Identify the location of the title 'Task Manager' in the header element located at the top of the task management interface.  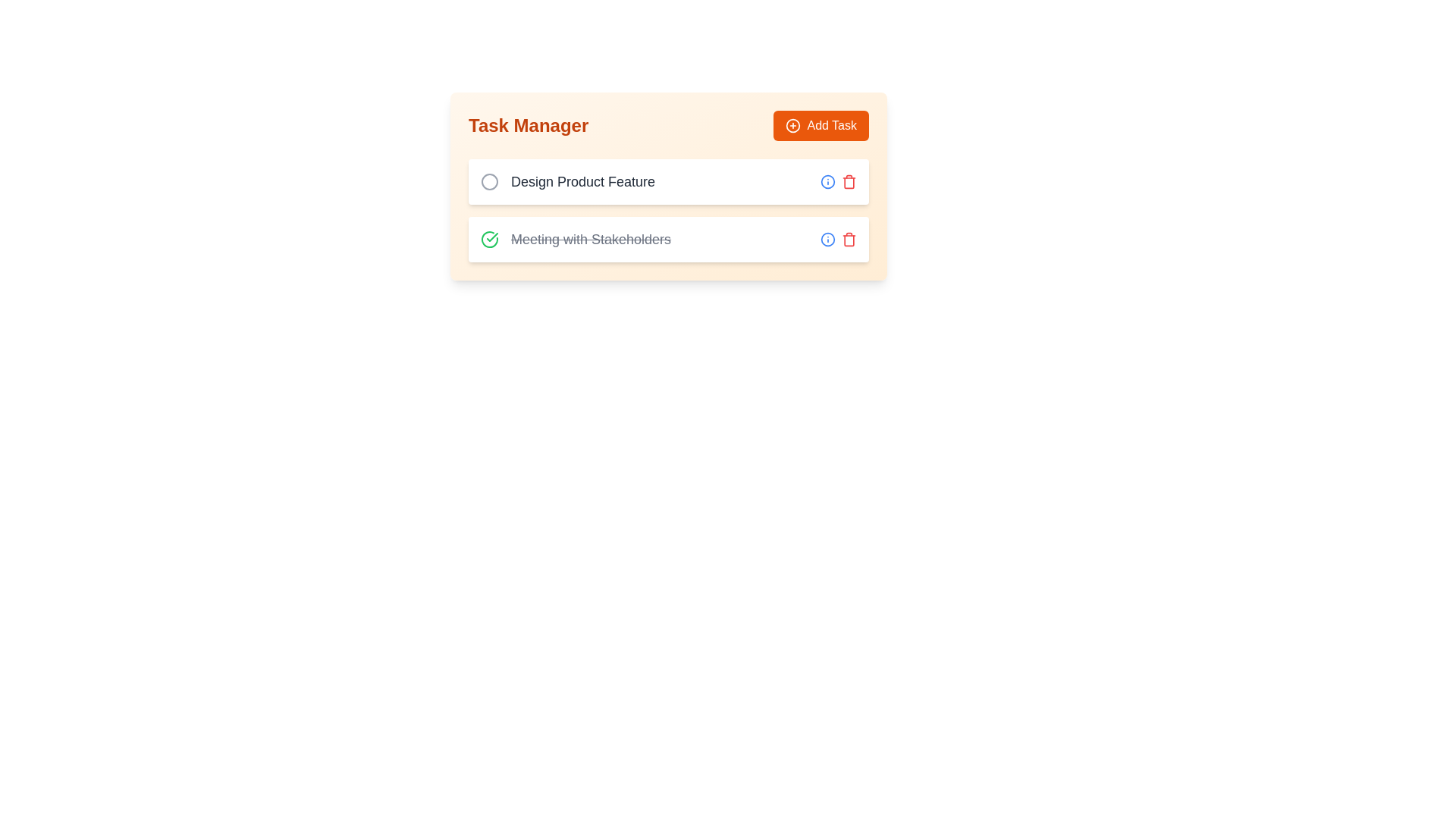
(668, 124).